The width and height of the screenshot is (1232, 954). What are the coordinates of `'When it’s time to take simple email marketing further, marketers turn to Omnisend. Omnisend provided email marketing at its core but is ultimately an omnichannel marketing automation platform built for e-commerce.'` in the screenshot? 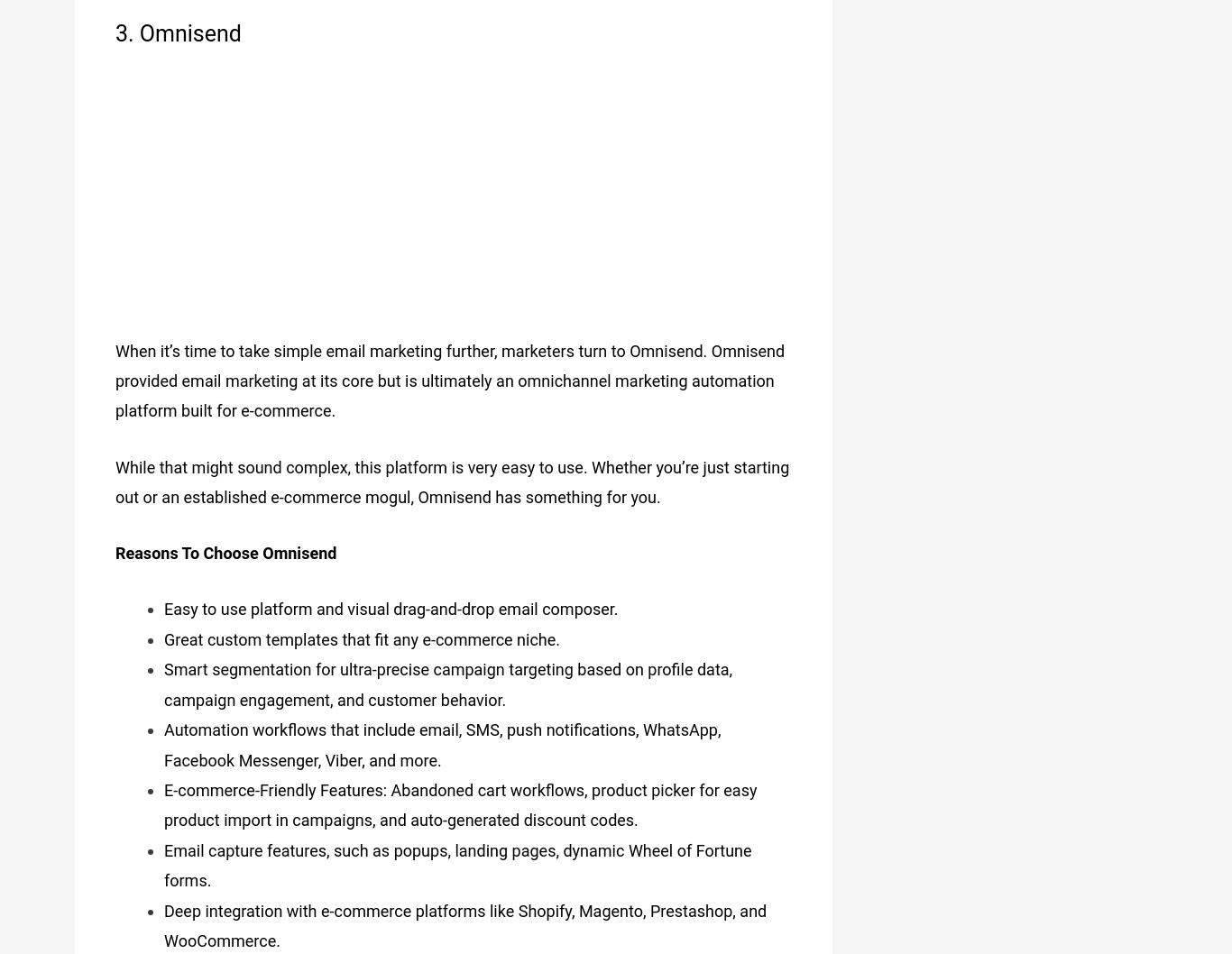 It's located at (449, 373).